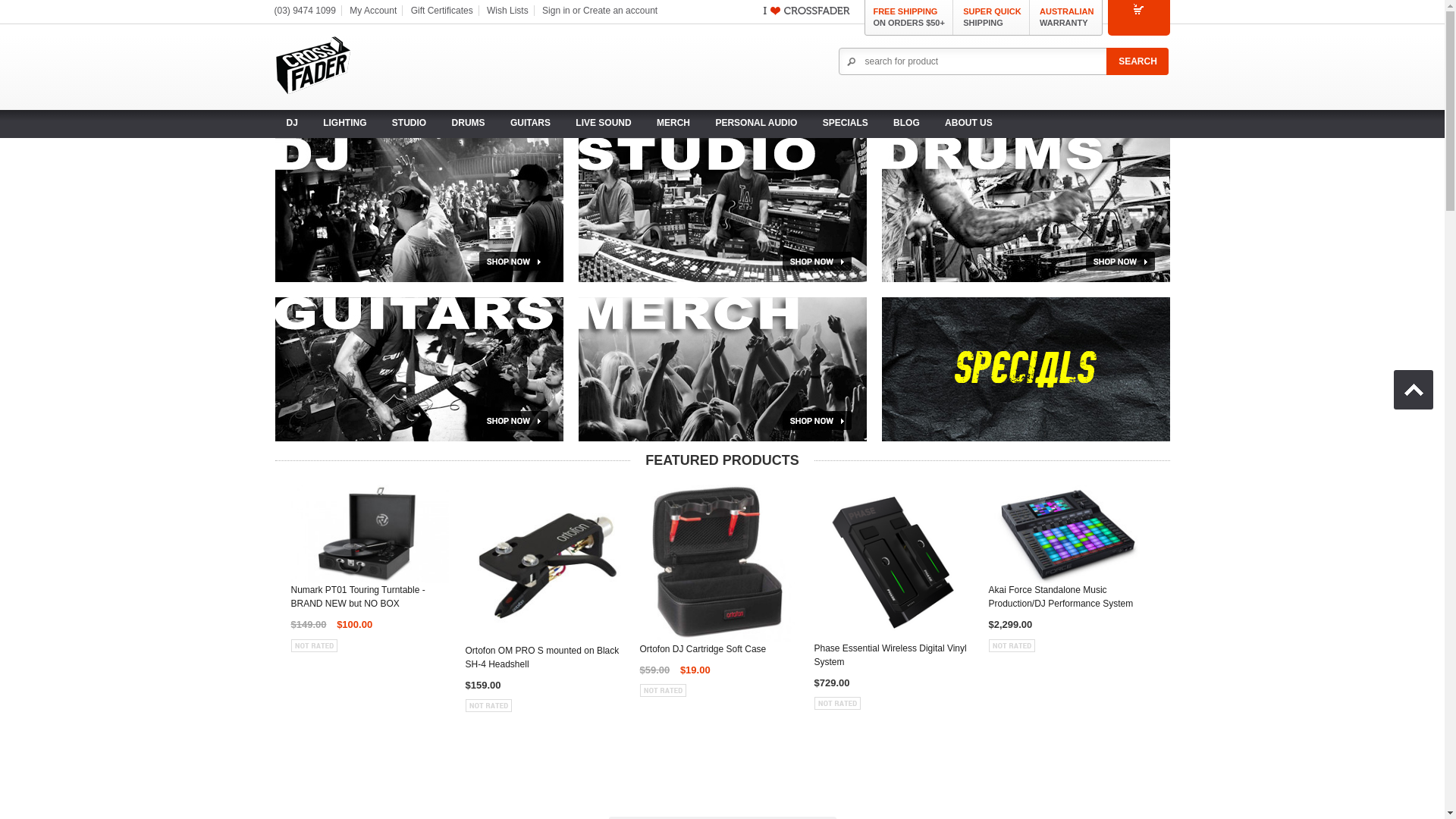  I want to click on '(03) 9474 1099', so click(304, 11).